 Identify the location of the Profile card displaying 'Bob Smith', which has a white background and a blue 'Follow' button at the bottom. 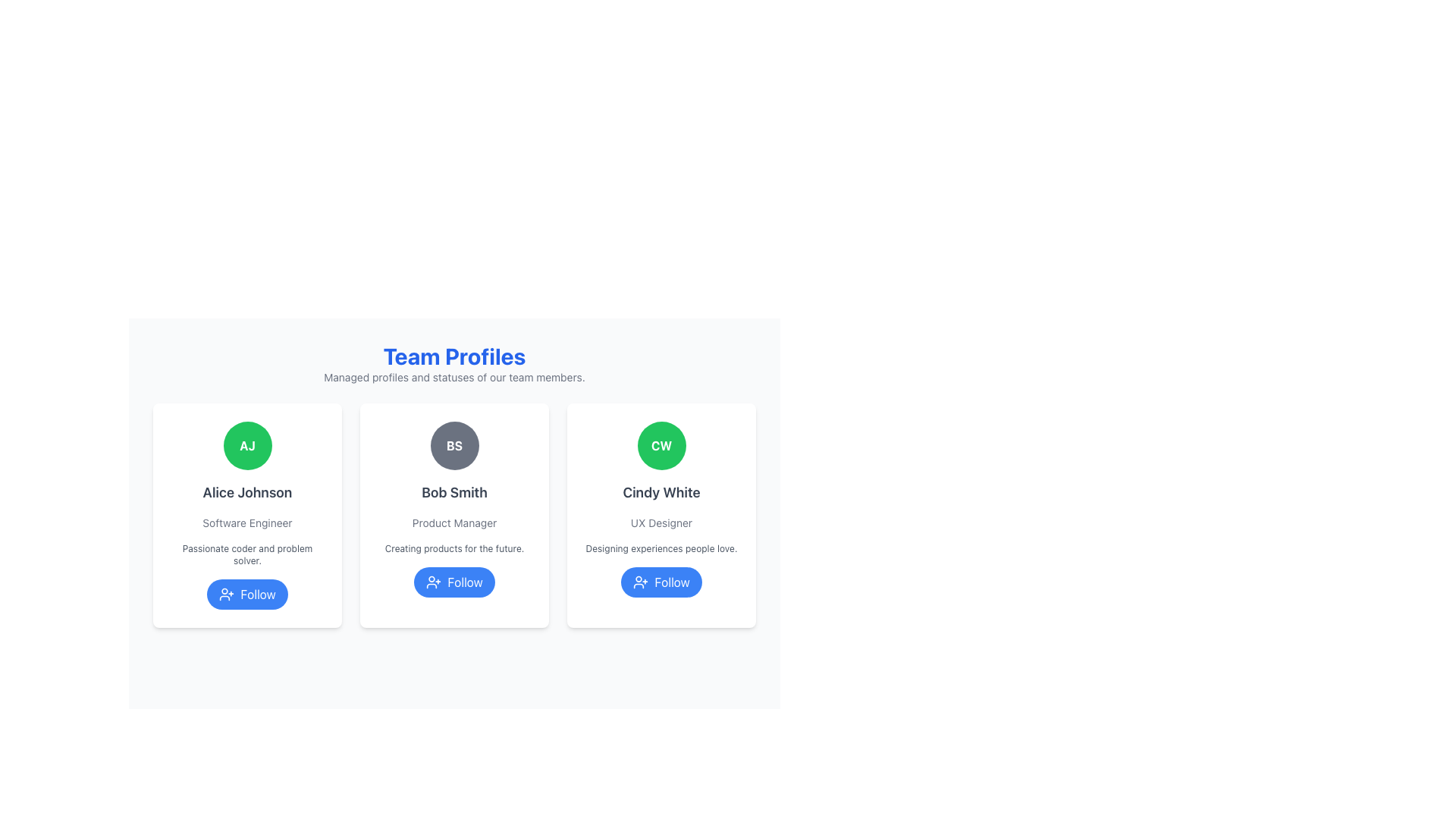
(453, 514).